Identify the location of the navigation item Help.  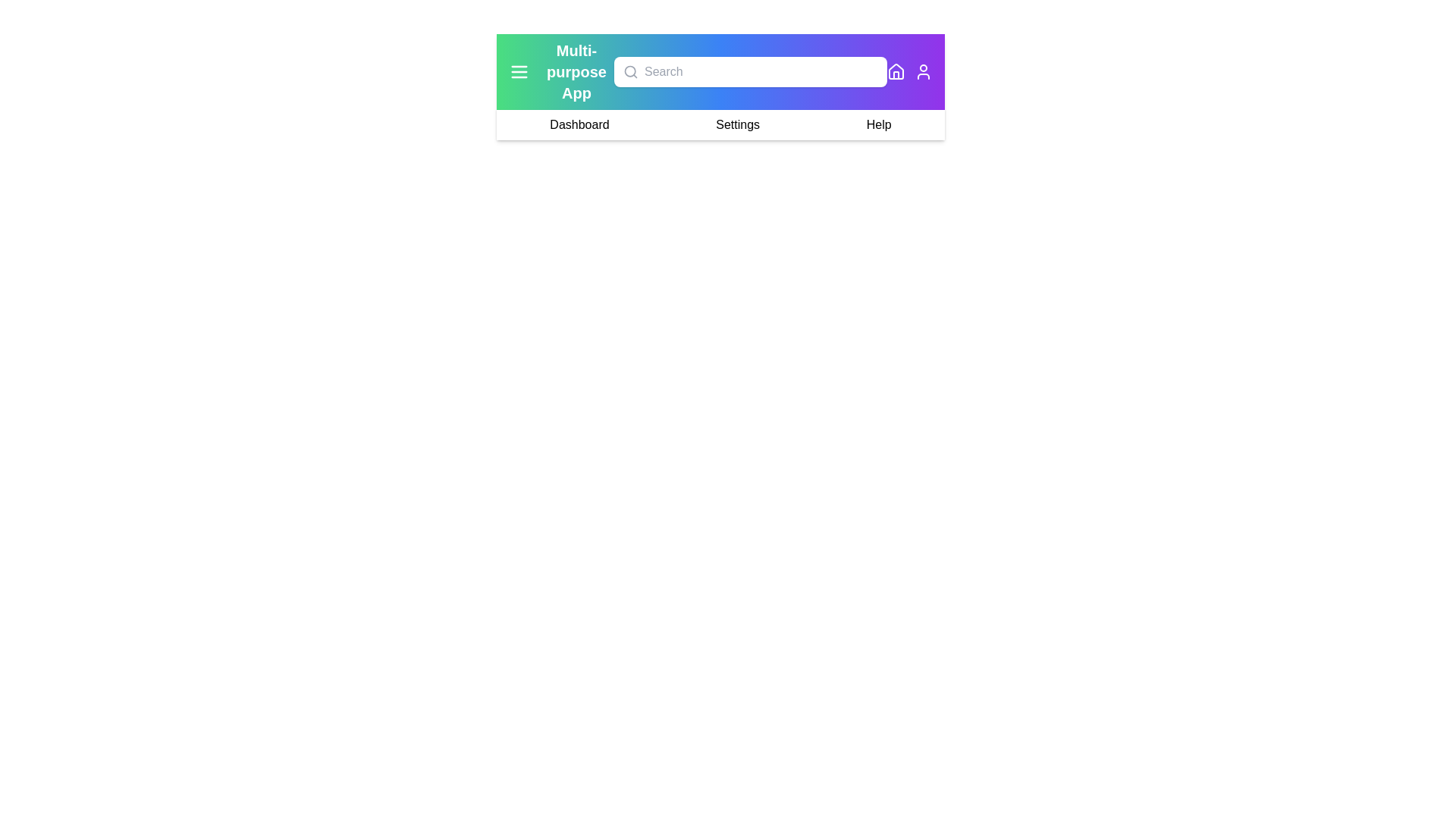
(879, 124).